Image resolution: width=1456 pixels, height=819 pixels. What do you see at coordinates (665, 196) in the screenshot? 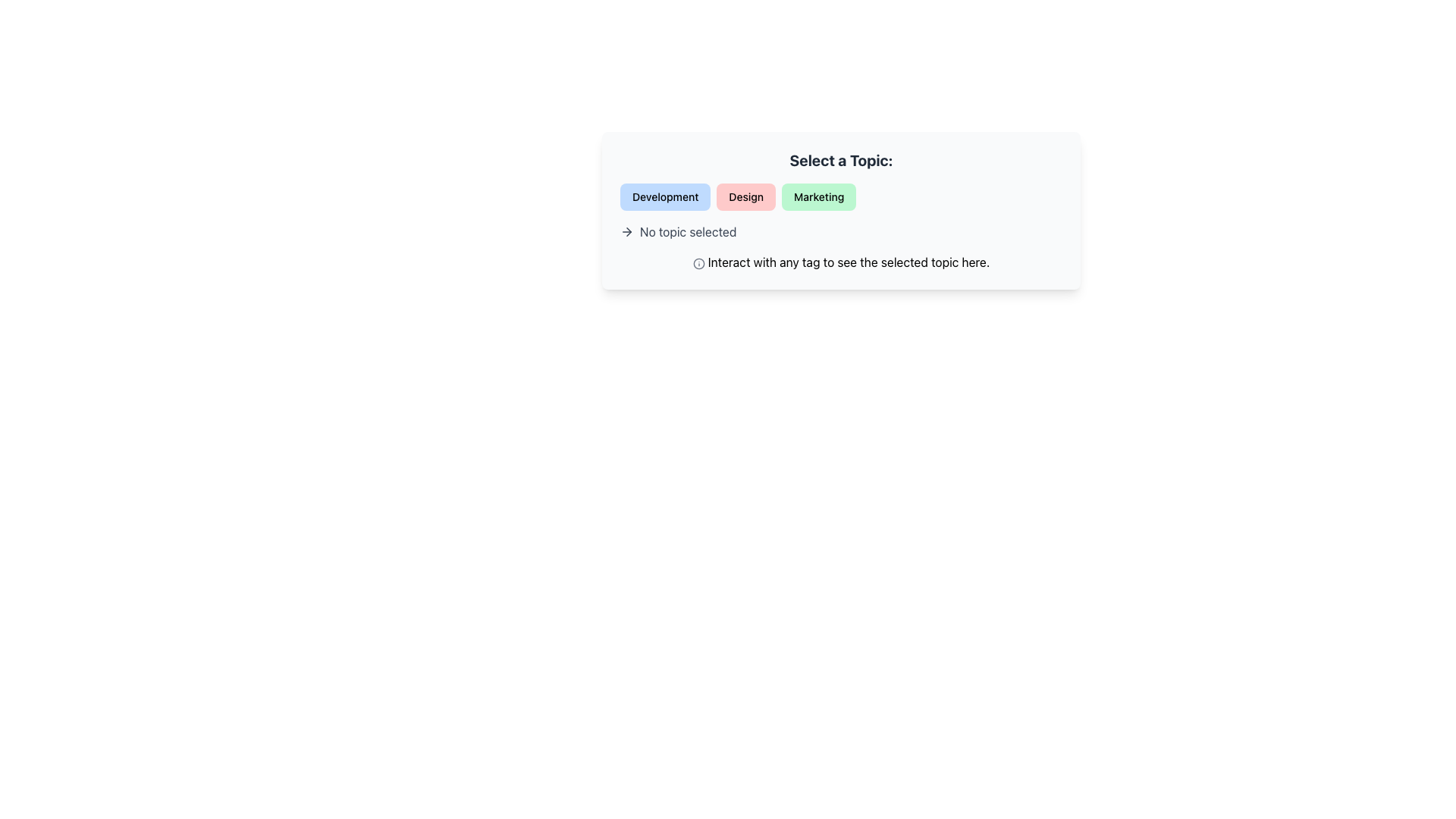
I see `the 'Development' button, which is the first button in a group of three horizontally aligned buttons` at bounding box center [665, 196].